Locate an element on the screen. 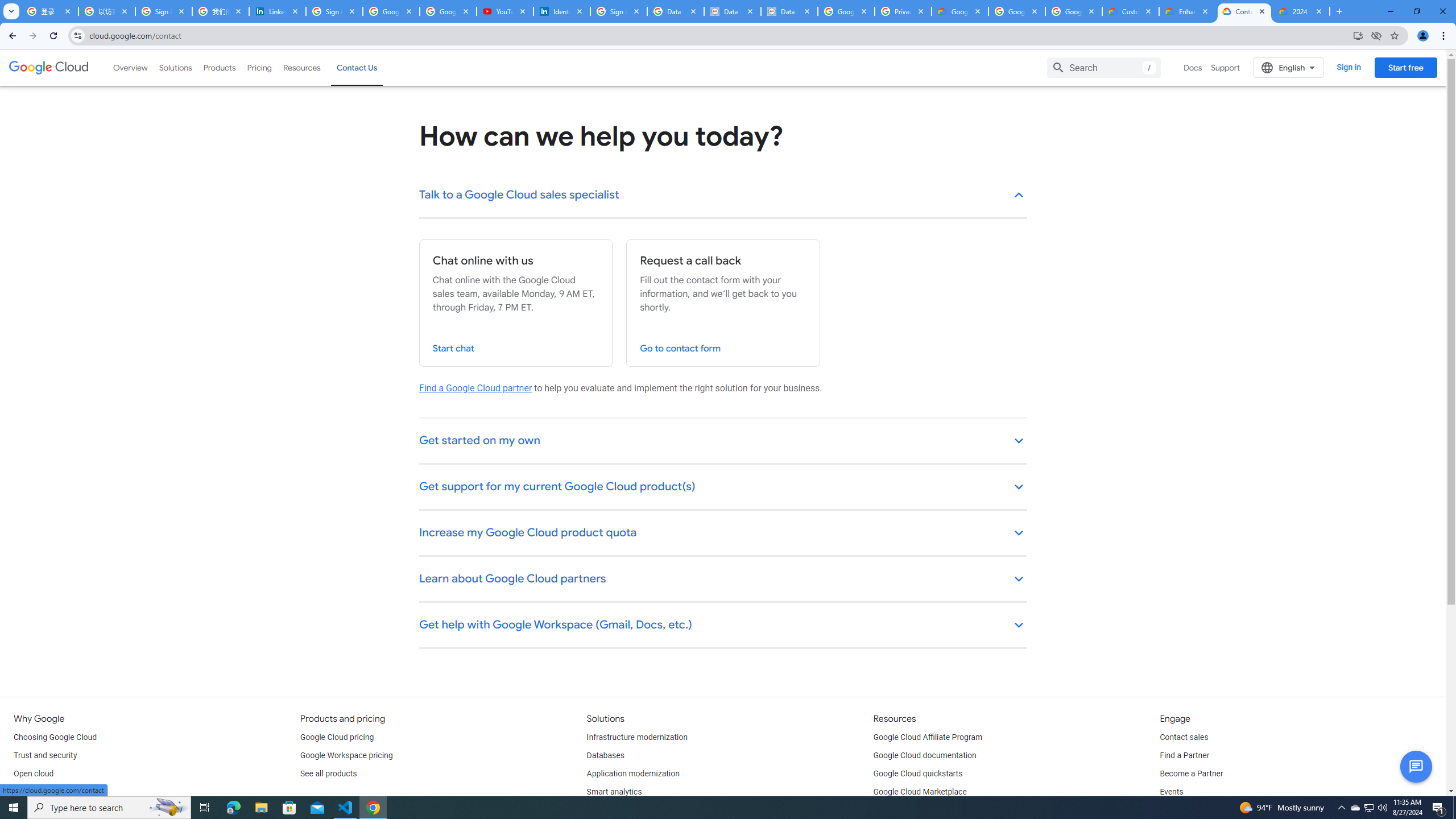 This screenshot has width=1456, height=819. 'Data Privacy Framework' is located at coordinates (732, 11).